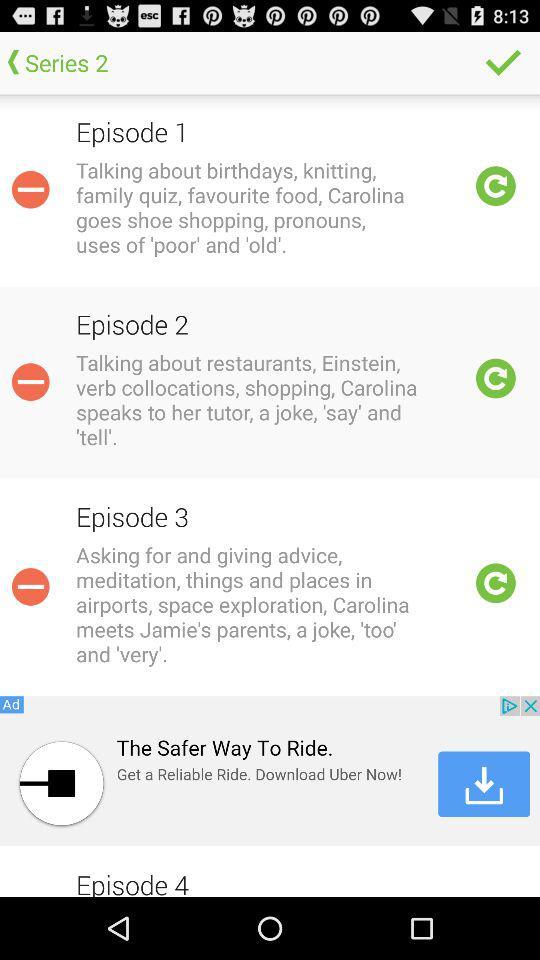 This screenshot has height=960, width=540. I want to click on refresh, so click(495, 583).